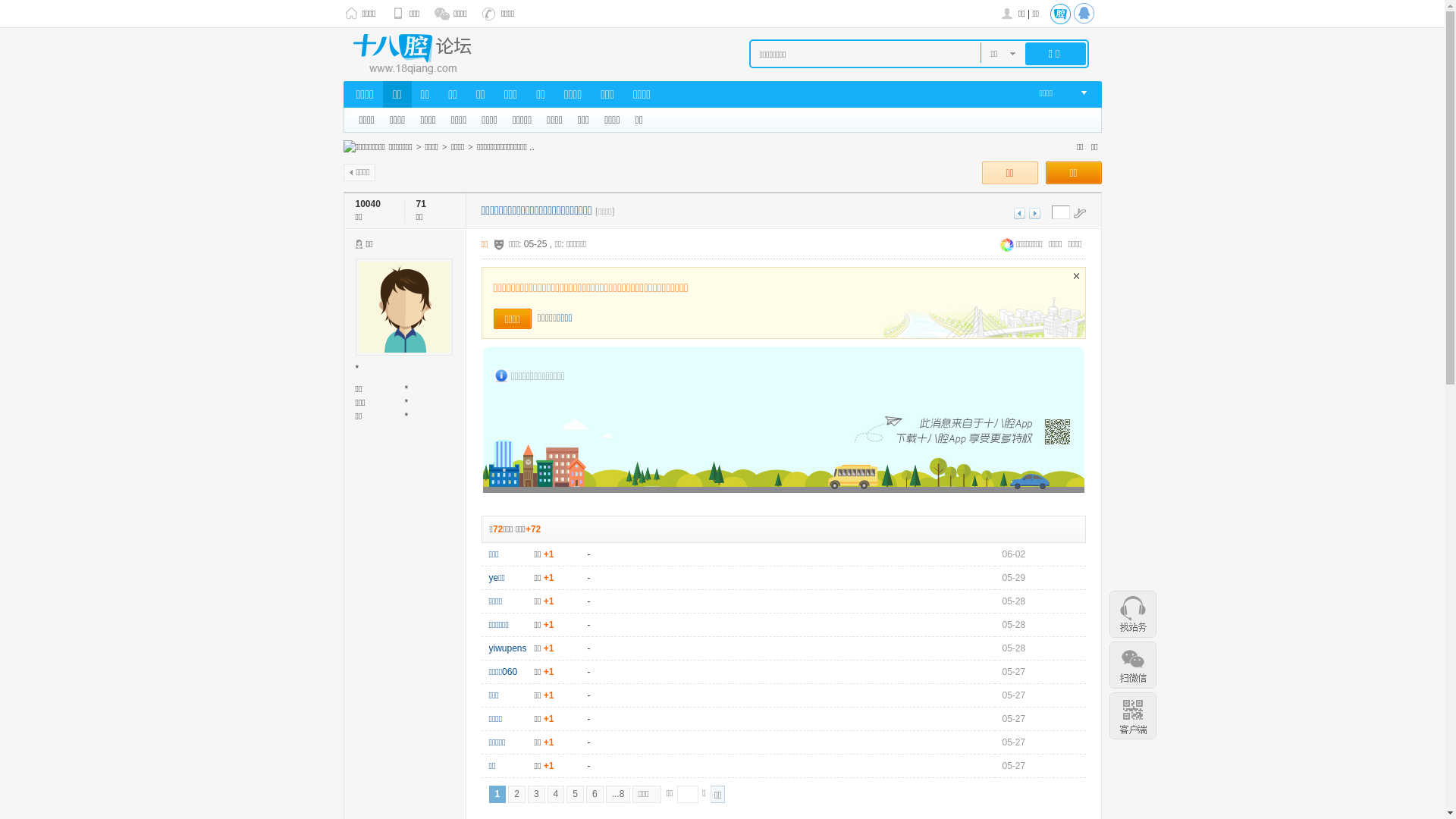 The image size is (1456, 819). Describe the element at coordinates (618, 793) in the screenshot. I see `'...8'` at that location.